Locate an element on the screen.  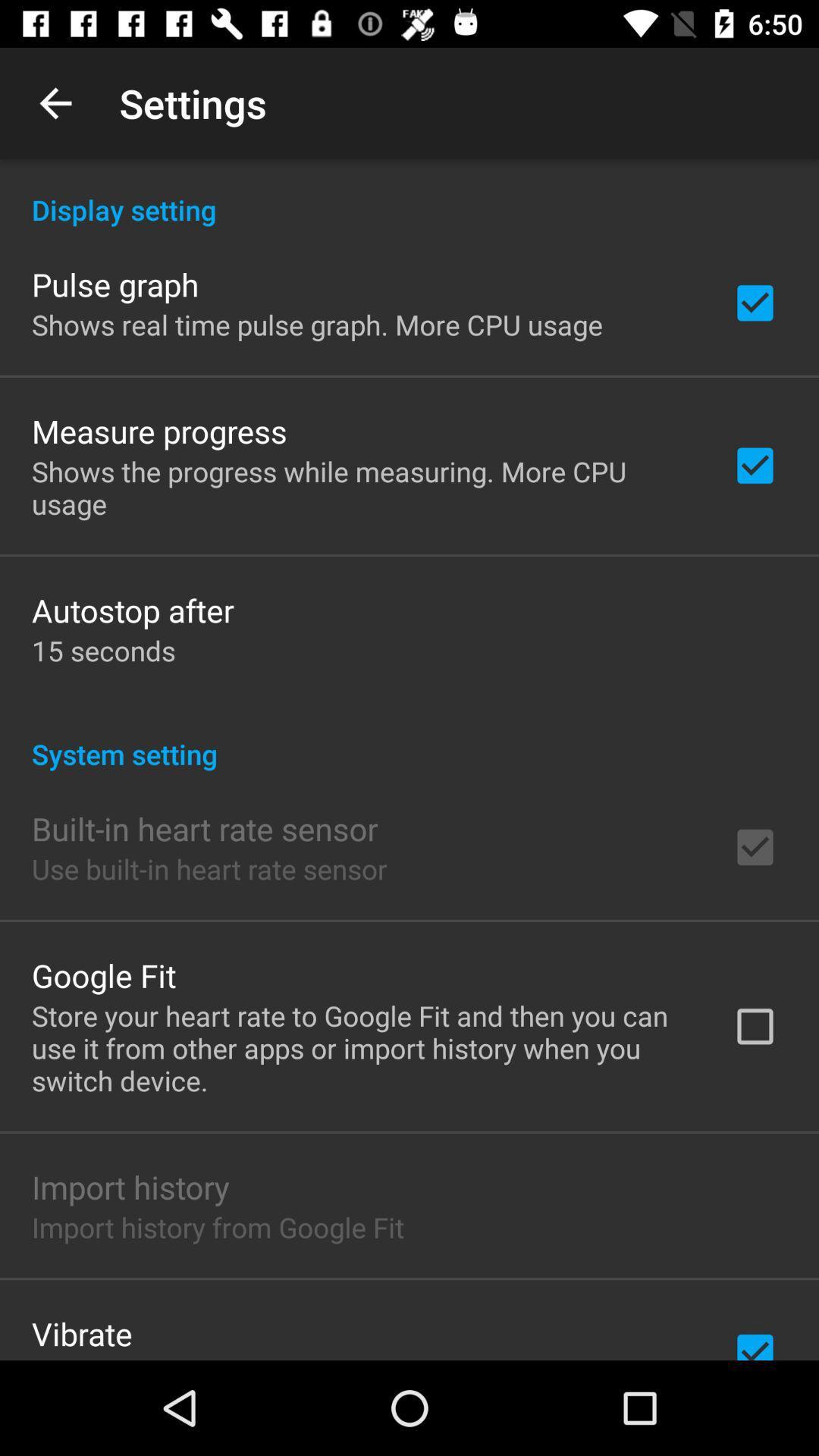
measure progress icon is located at coordinates (159, 430).